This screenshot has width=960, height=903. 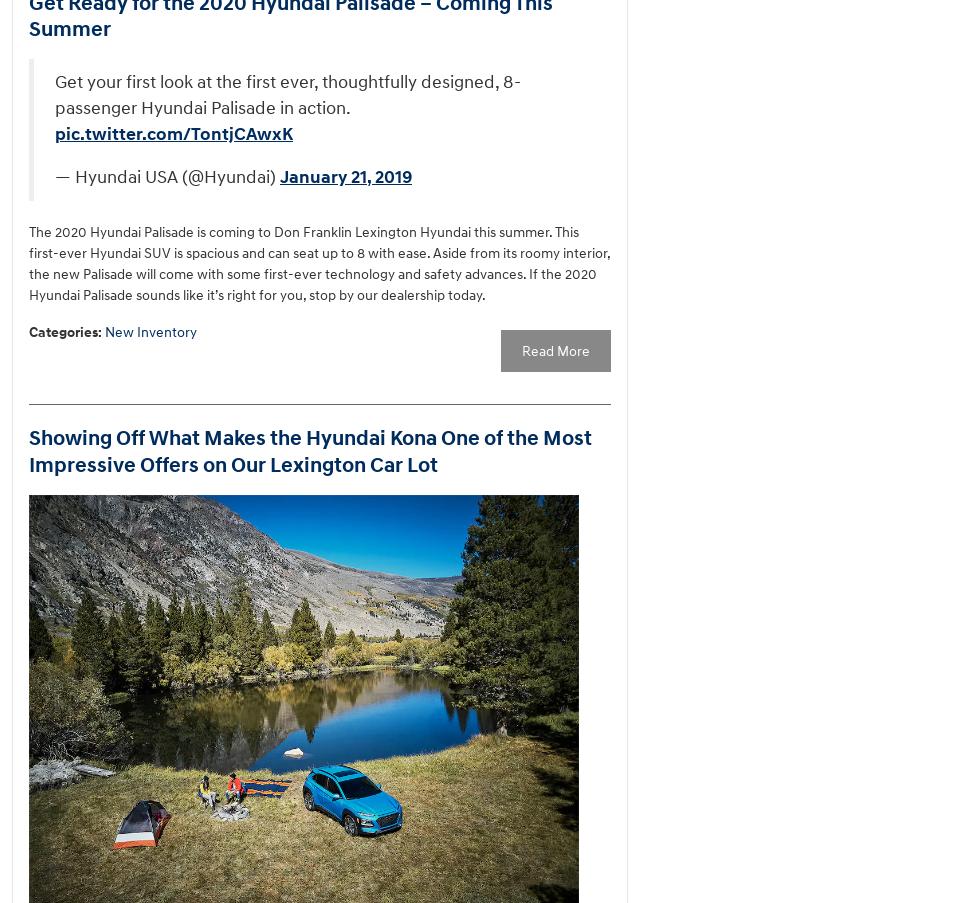 What do you see at coordinates (287, 95) in the screenshot?
I see `'Get your first look at the first ever, thoughtfully designed, 8-passenger Hyundai Palisade in action.'` at bounding box center [287, 95].